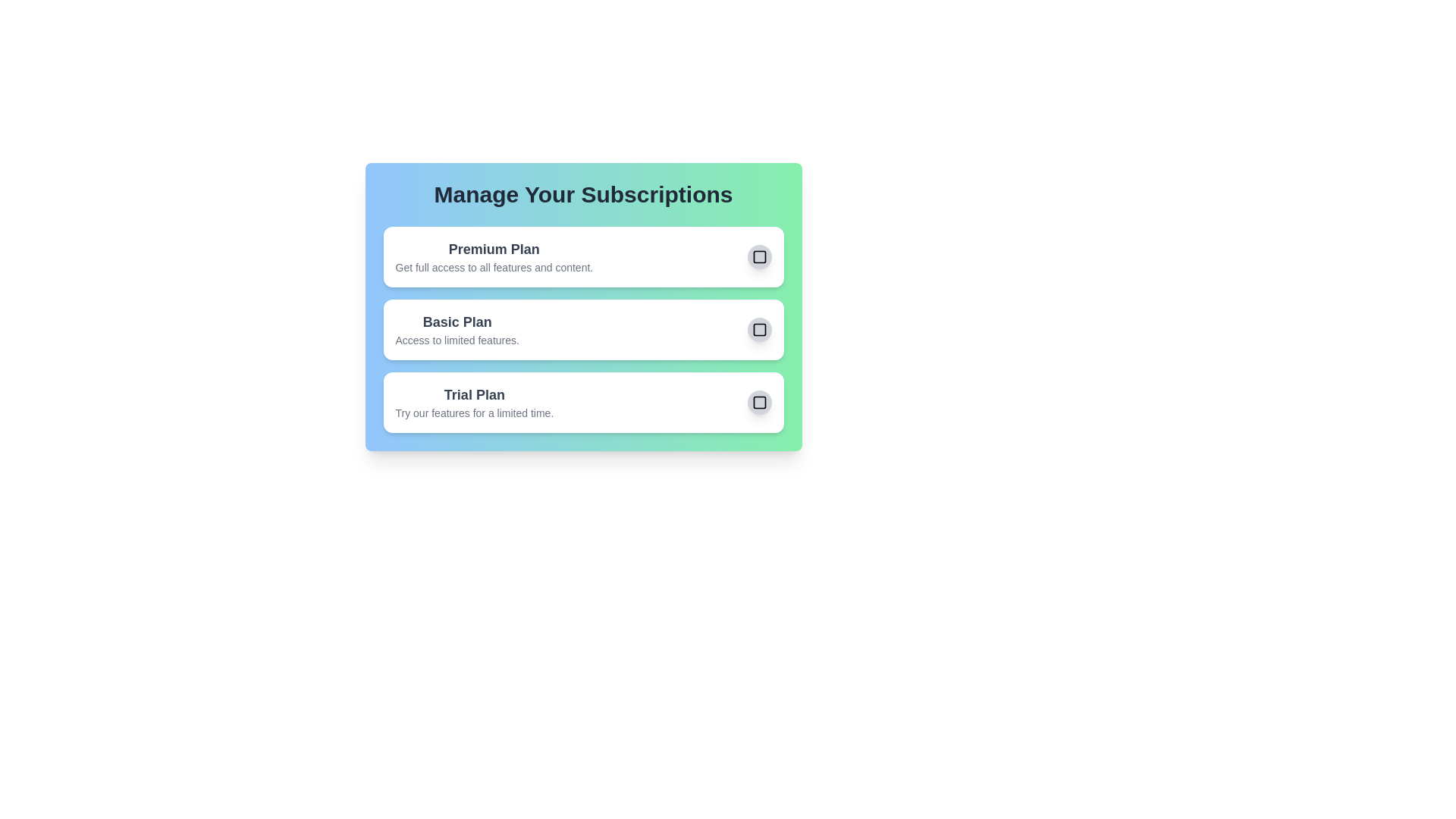  Describe the element at coordinates (473, 402) in the screenshot. I see `the 'Trial Plan' text block which contains the heading 'Trial Plan' in bold and the subtext 'Try our features for a limited time'` at that location.